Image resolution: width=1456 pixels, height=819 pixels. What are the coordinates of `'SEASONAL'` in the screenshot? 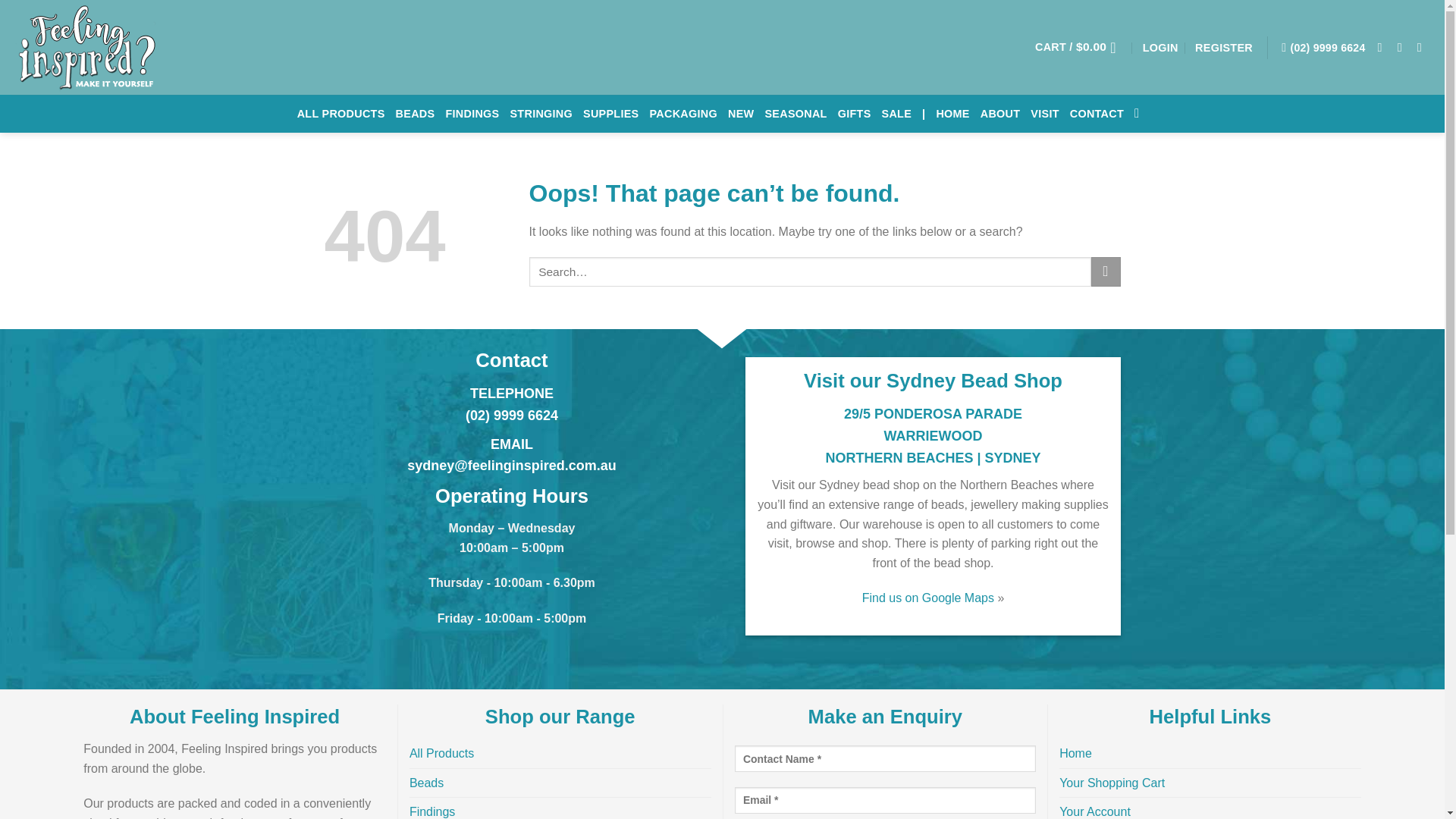 It's located at (795, 113).